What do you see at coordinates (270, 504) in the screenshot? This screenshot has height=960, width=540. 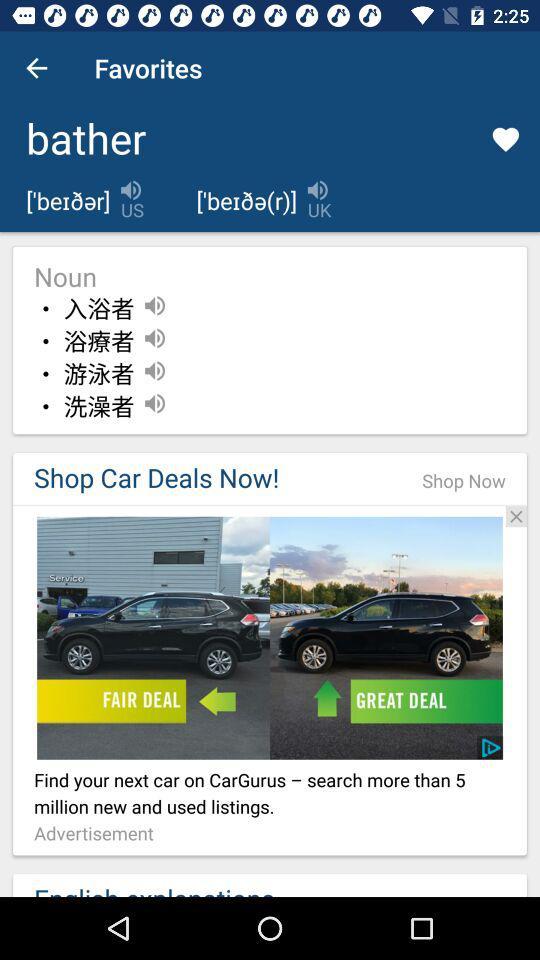 I see `click advertisement` at bounding box center [270, 504].